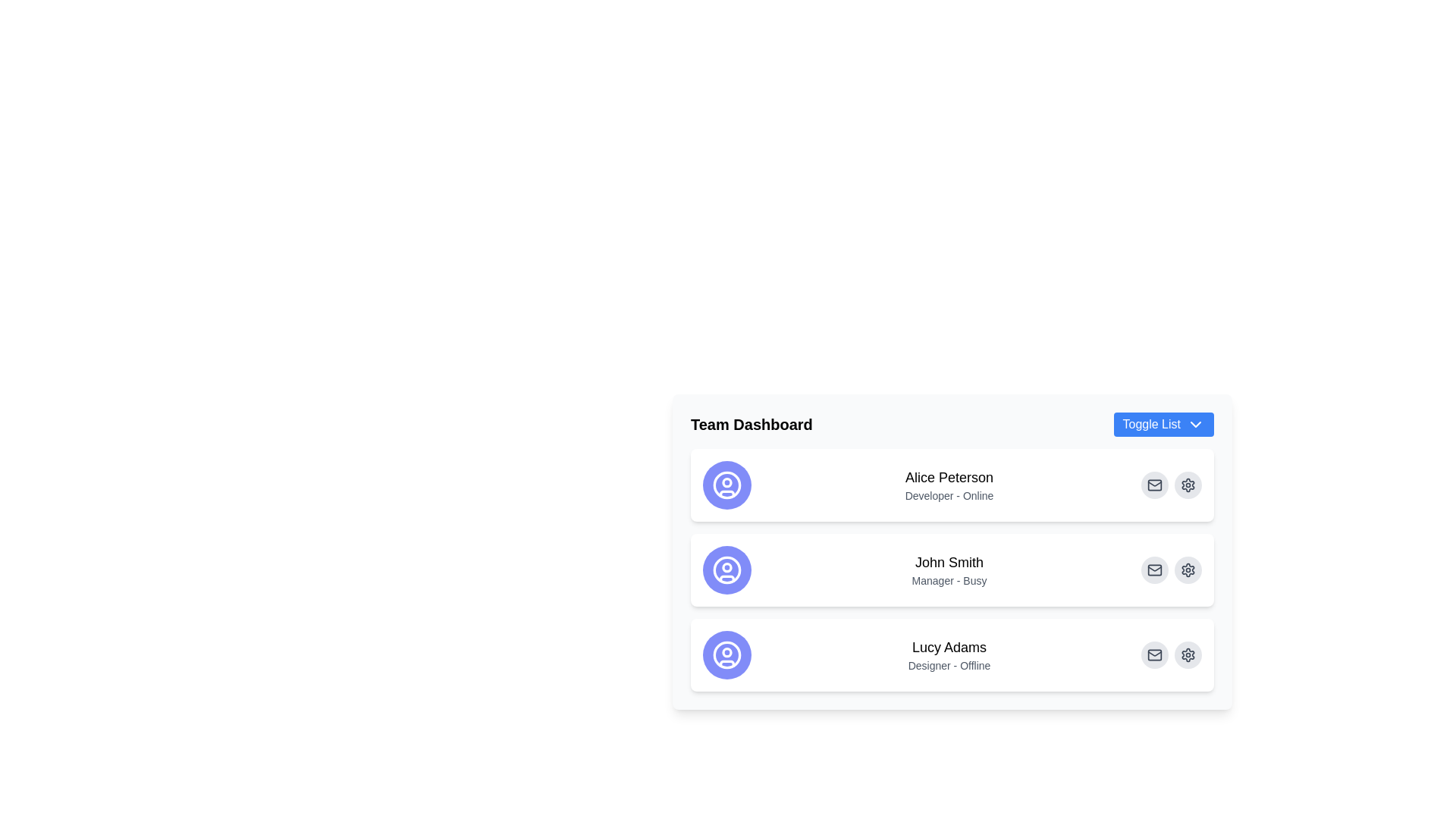 Image resolution: width=1456 pixels, height=819 pixels. I want to click on the visual indicator icon located to the right of the 'Toggle List' button in the upper-right corner of the content area, so click(1195, 424).